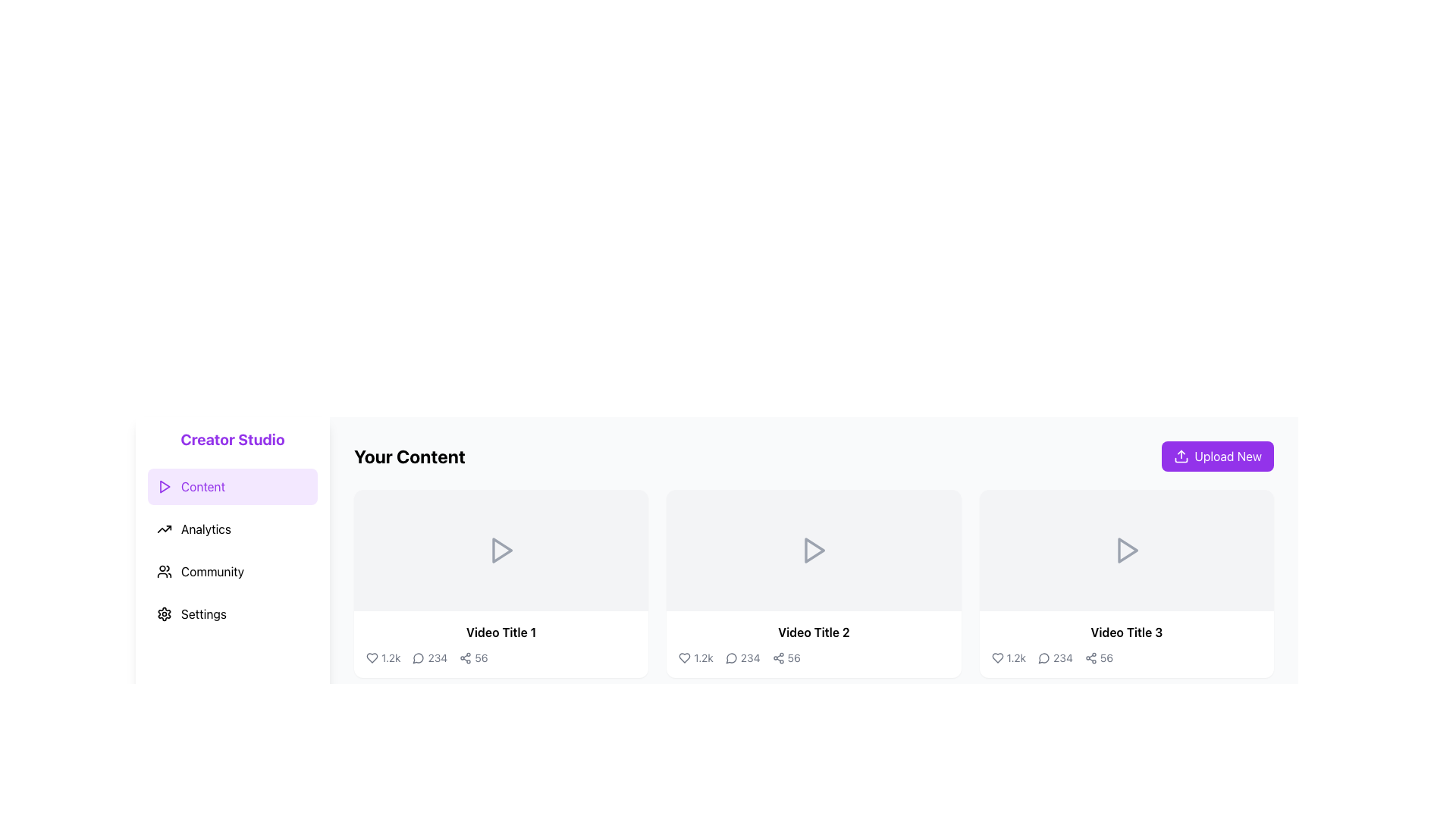 This screenshot has height=819, width=1456. Describe the element at coordinates (814, 550) in the screenshot. I see `the triangular-shaped gray icon with a pointed right arrow located at the center of the second video card under the 'Your Content' heading to initiate its action` at that location.